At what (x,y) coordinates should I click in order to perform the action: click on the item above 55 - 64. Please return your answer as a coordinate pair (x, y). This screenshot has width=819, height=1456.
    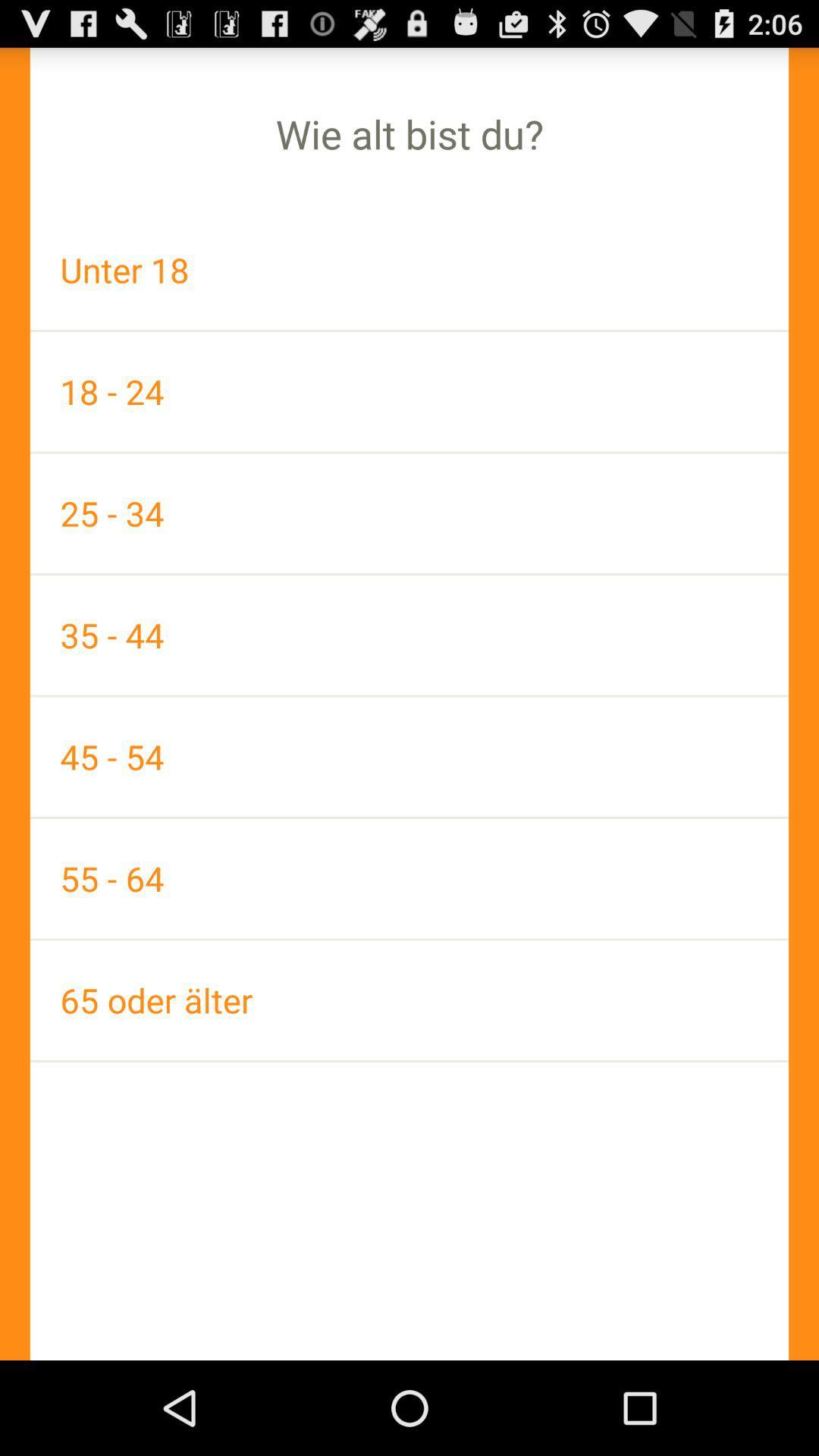
    Looking at the image, I should click on (409, 757).